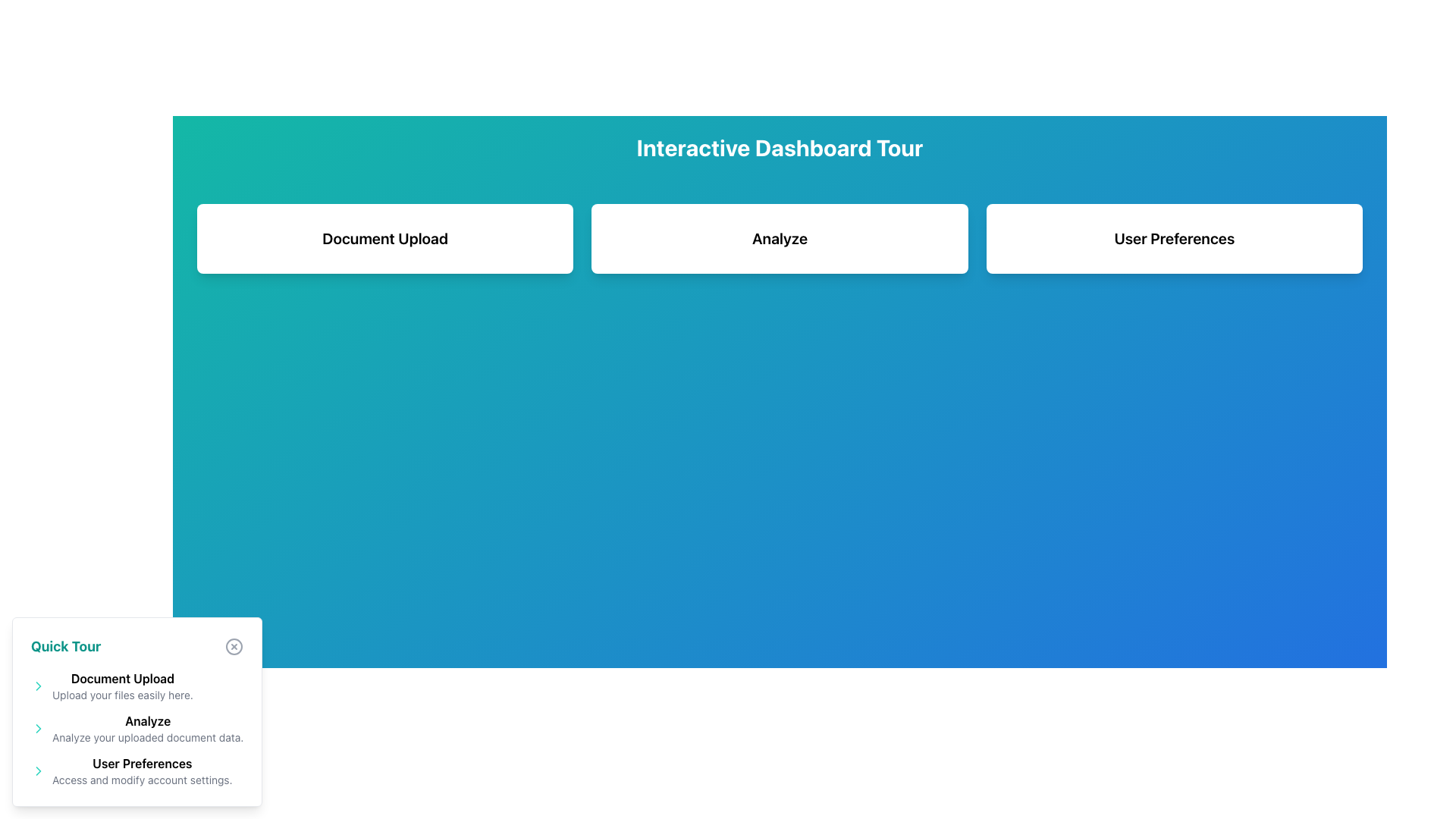 The width and height of the screenshot is (1456, 819). I want to click on the text-based informational label located under the 'Quick Tour' section, which serves as a navigation entry point for user preferences, so click(142, 771).